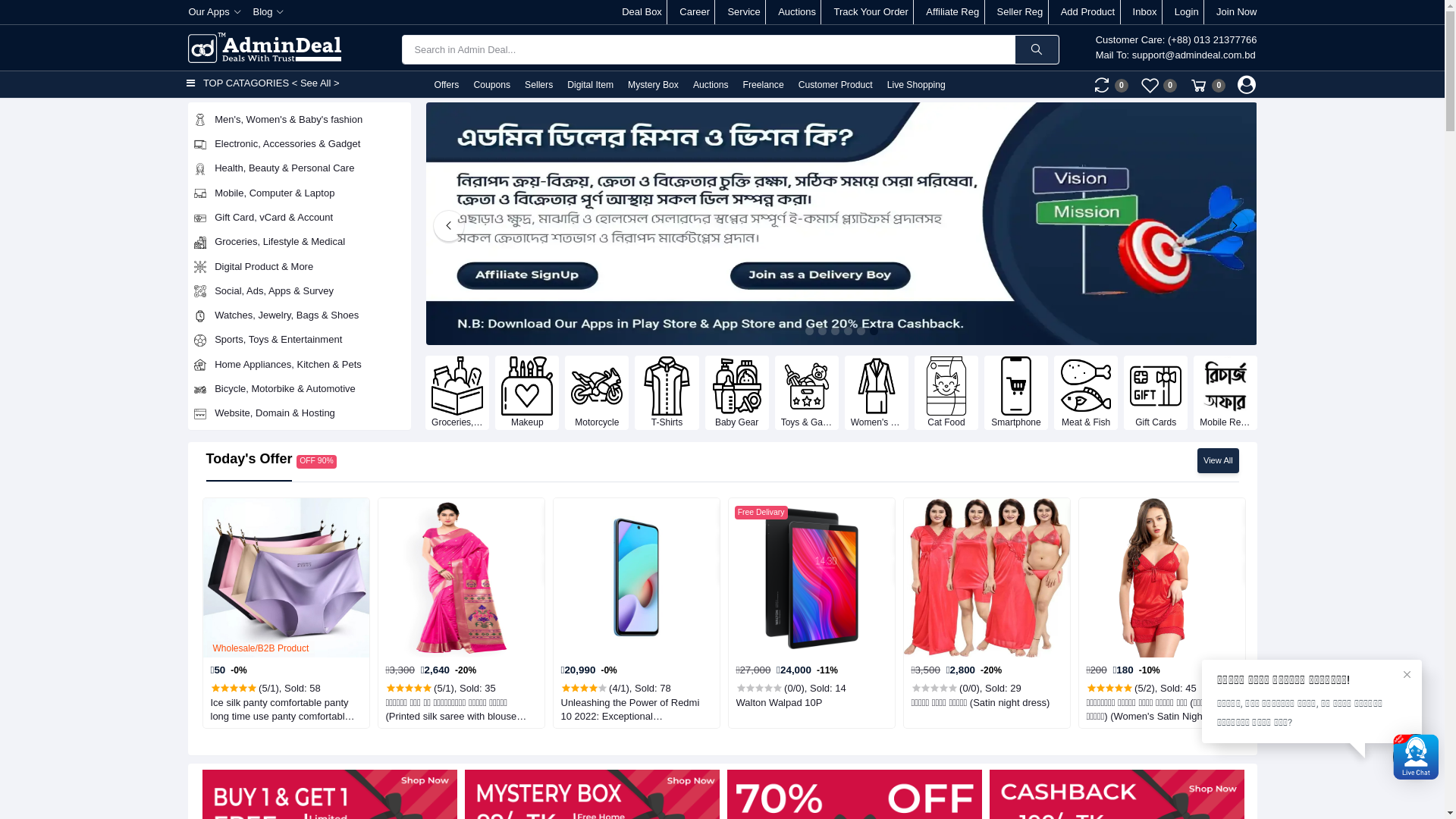 The image size is (1456, 819). Describe the element at coordinates (300, 118) in the screenshot. I see `'Men's, Women's & Baby's fashion'` at that location.